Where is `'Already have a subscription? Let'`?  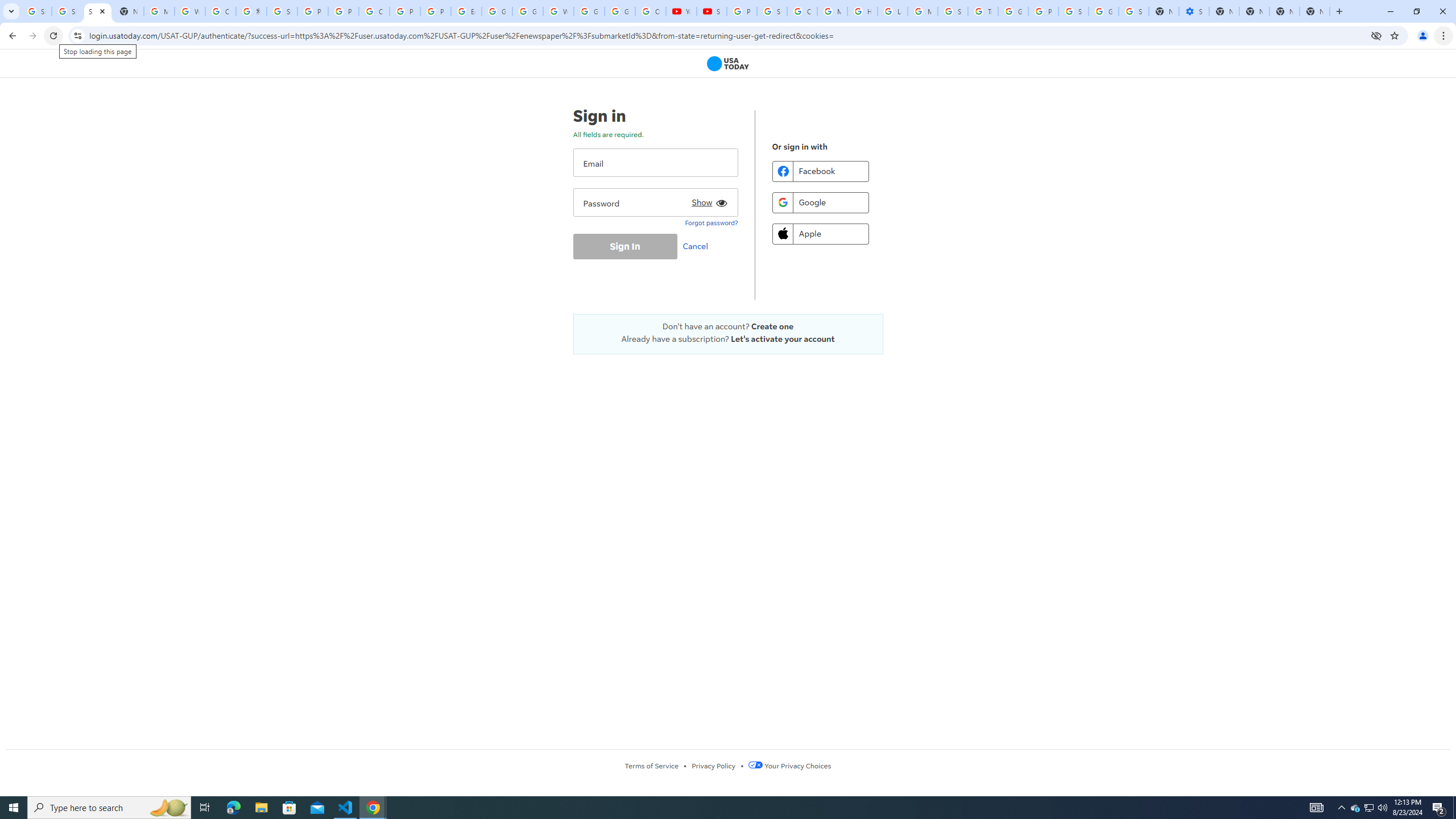
'Already have a subscription? Let' is located at coordinates (728, 338).